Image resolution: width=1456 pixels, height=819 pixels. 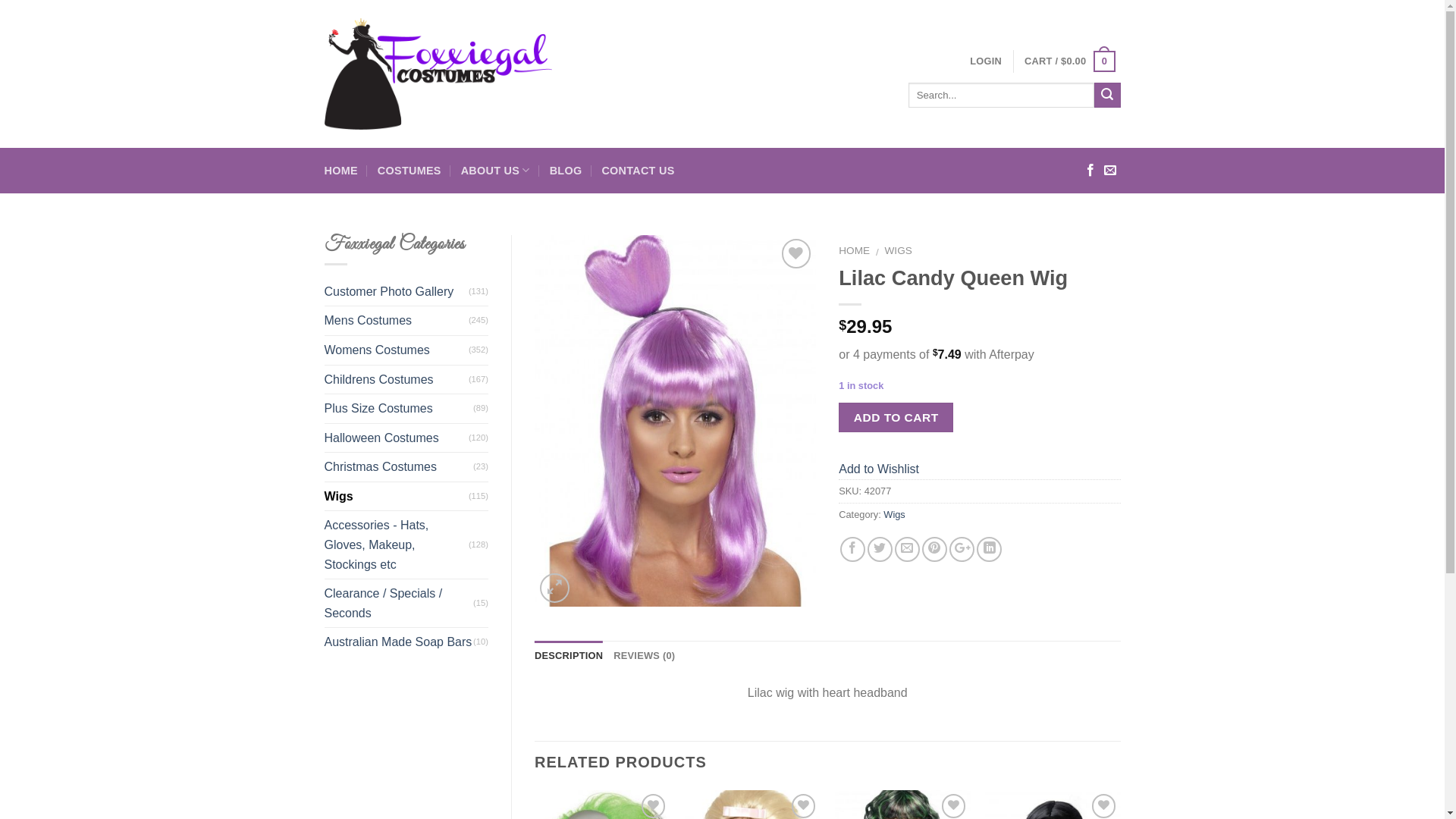 What do you see at coordinates (644, 654) in the screenshot?
I see `'REVIEWS (0)'` at bounding box center [644, 654].